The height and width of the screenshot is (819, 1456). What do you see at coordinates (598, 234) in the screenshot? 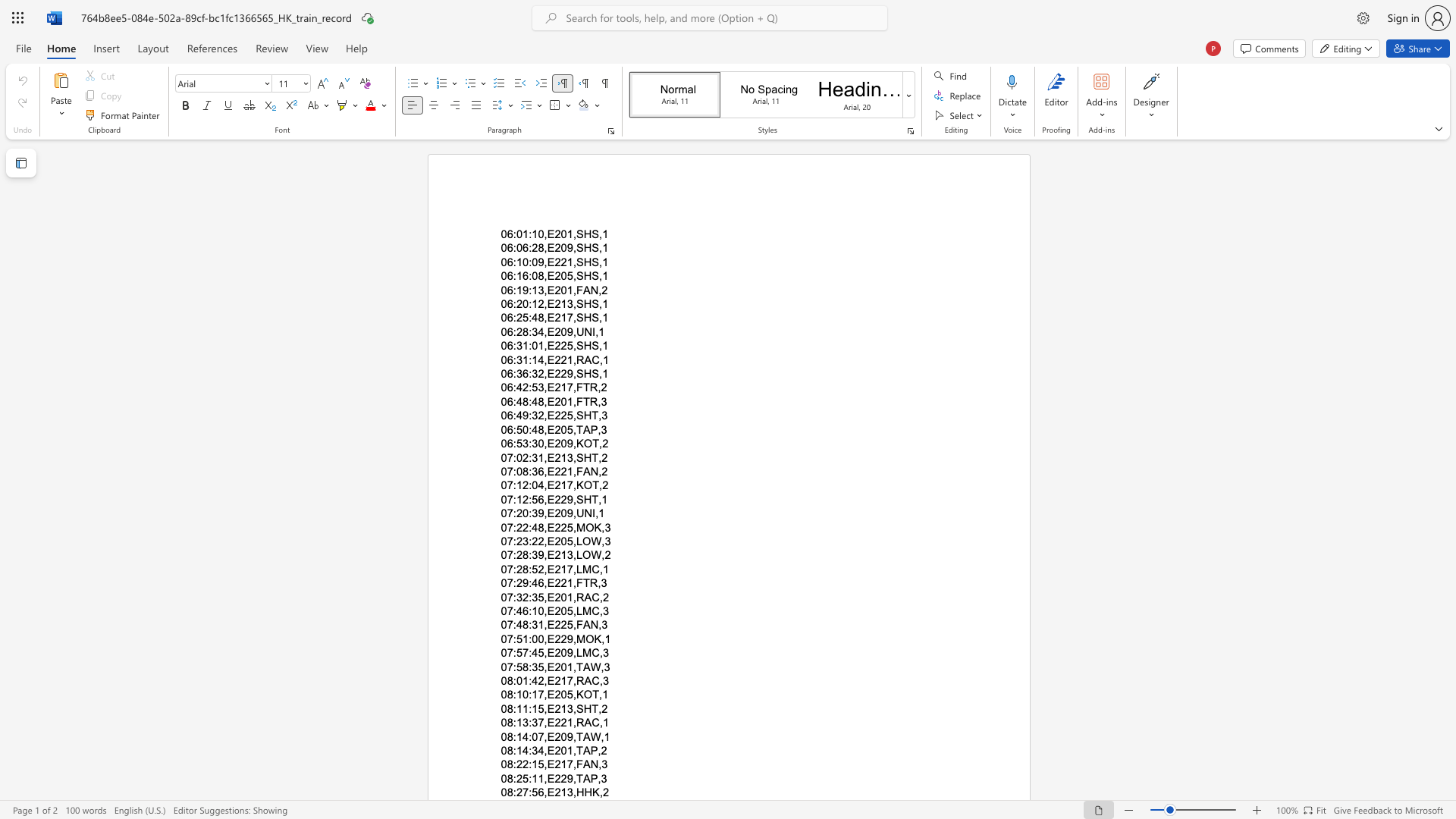
I see `the subset text ",1" within the text "06:01:10,E201,SHS,1"` at bounding box center [598, 234].